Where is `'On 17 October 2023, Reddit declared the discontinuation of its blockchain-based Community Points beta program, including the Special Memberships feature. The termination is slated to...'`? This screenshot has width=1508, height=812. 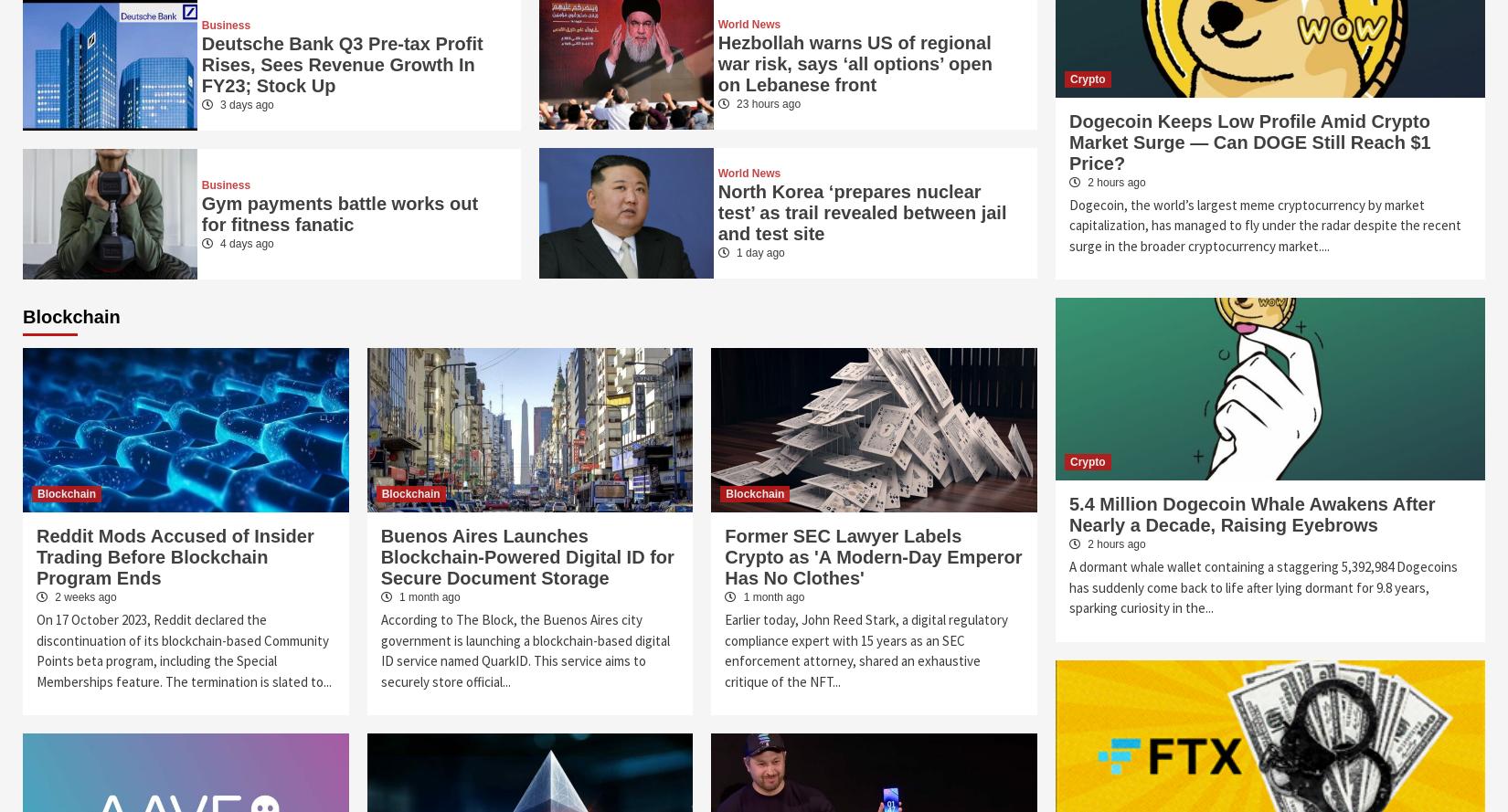
'On 17 October 2023, Reddit declared the discontinuation of its blockchain-based Community Points beta program, including the Special Memberships feature. The termination is slated to...' is located at coordinates (184, 649).